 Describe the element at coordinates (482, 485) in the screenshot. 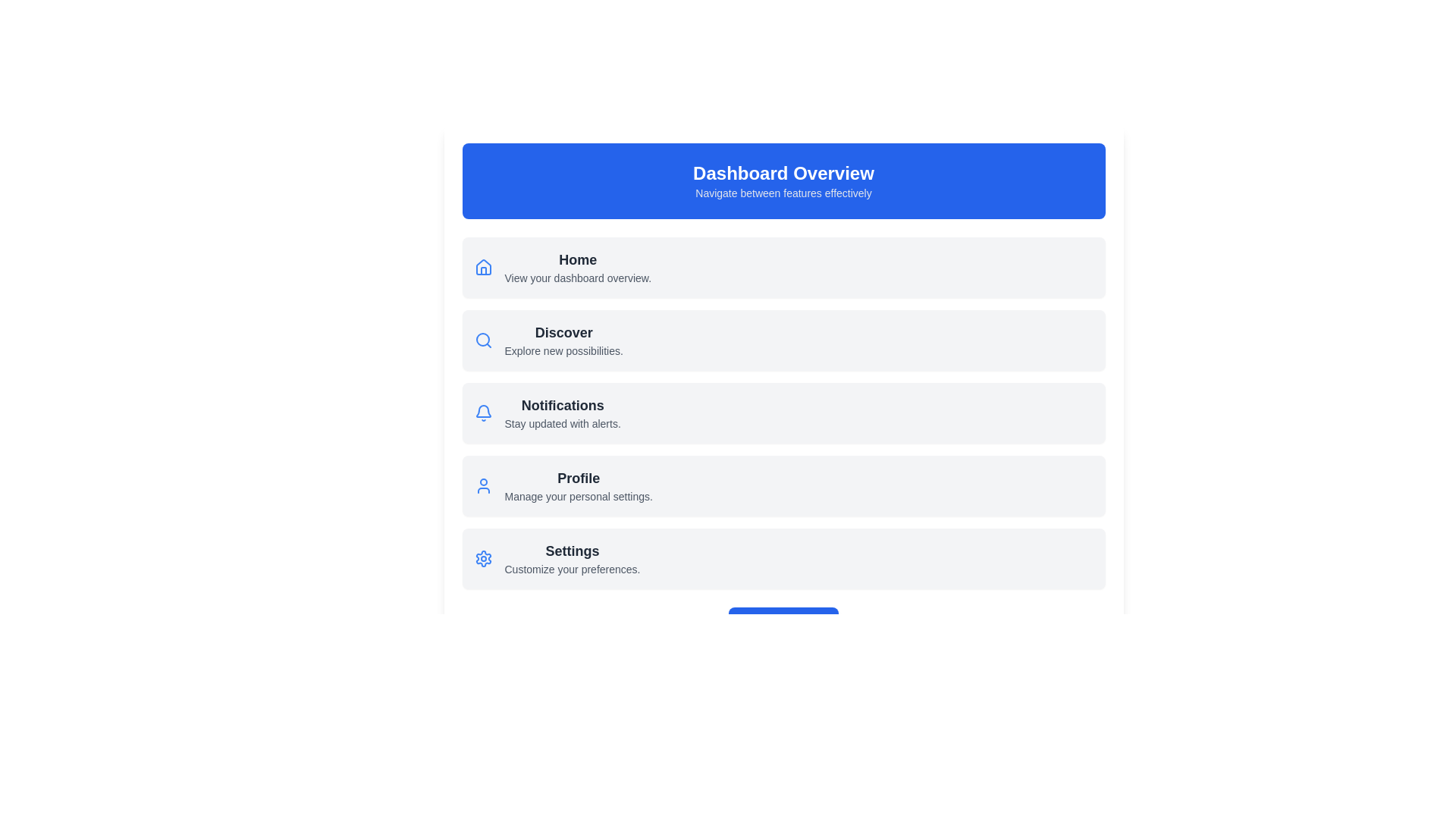

I see `the user profile icon, which is a simplistic blue SVG icon located on the left side of the 'Profile' section, above the text 'Profile' and 'Manage your personal settings'` at that location.